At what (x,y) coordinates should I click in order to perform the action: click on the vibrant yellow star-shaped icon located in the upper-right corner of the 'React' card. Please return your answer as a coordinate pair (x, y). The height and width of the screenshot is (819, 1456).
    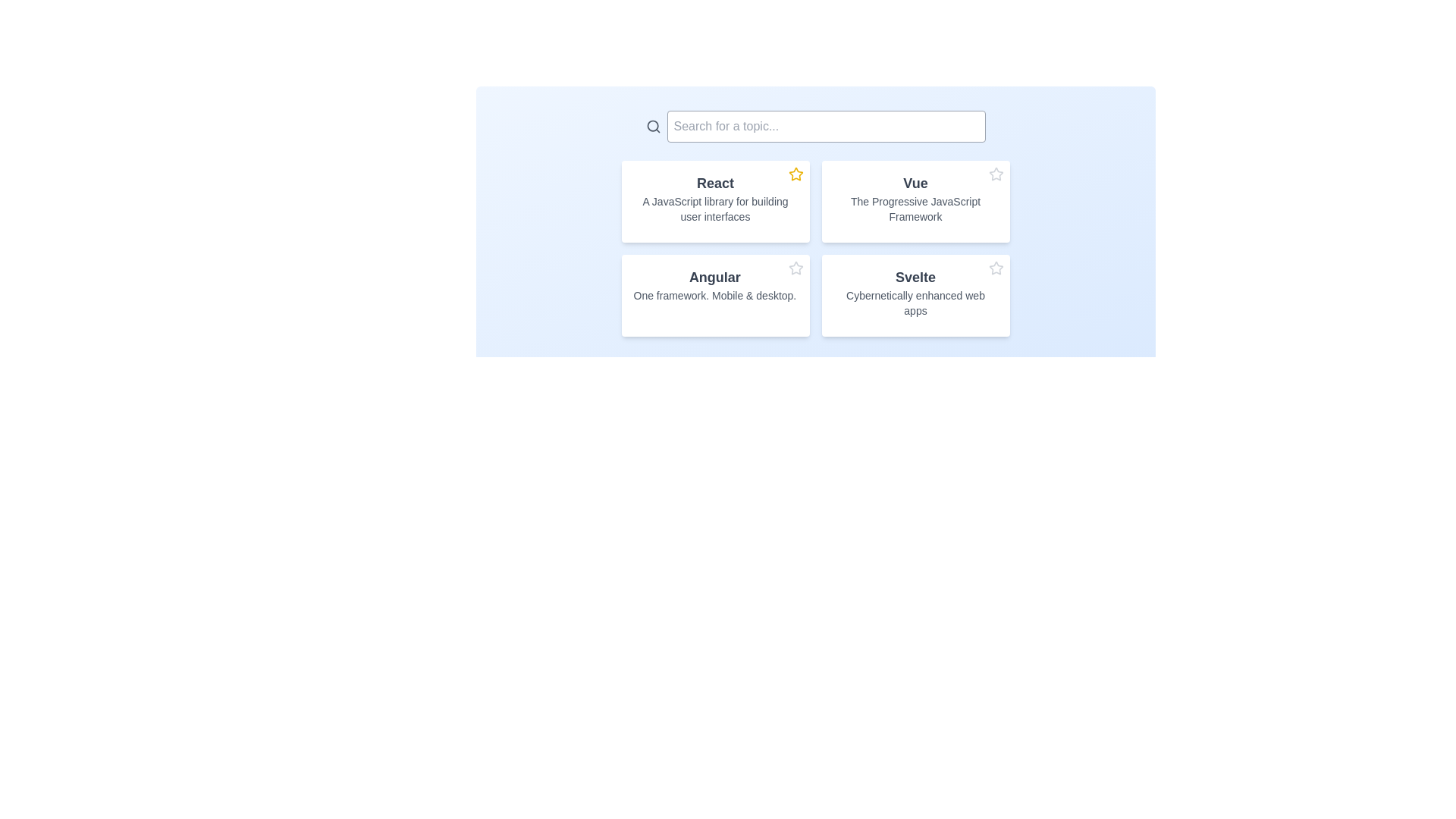
    Looking at the image, I should click on (795, 173).